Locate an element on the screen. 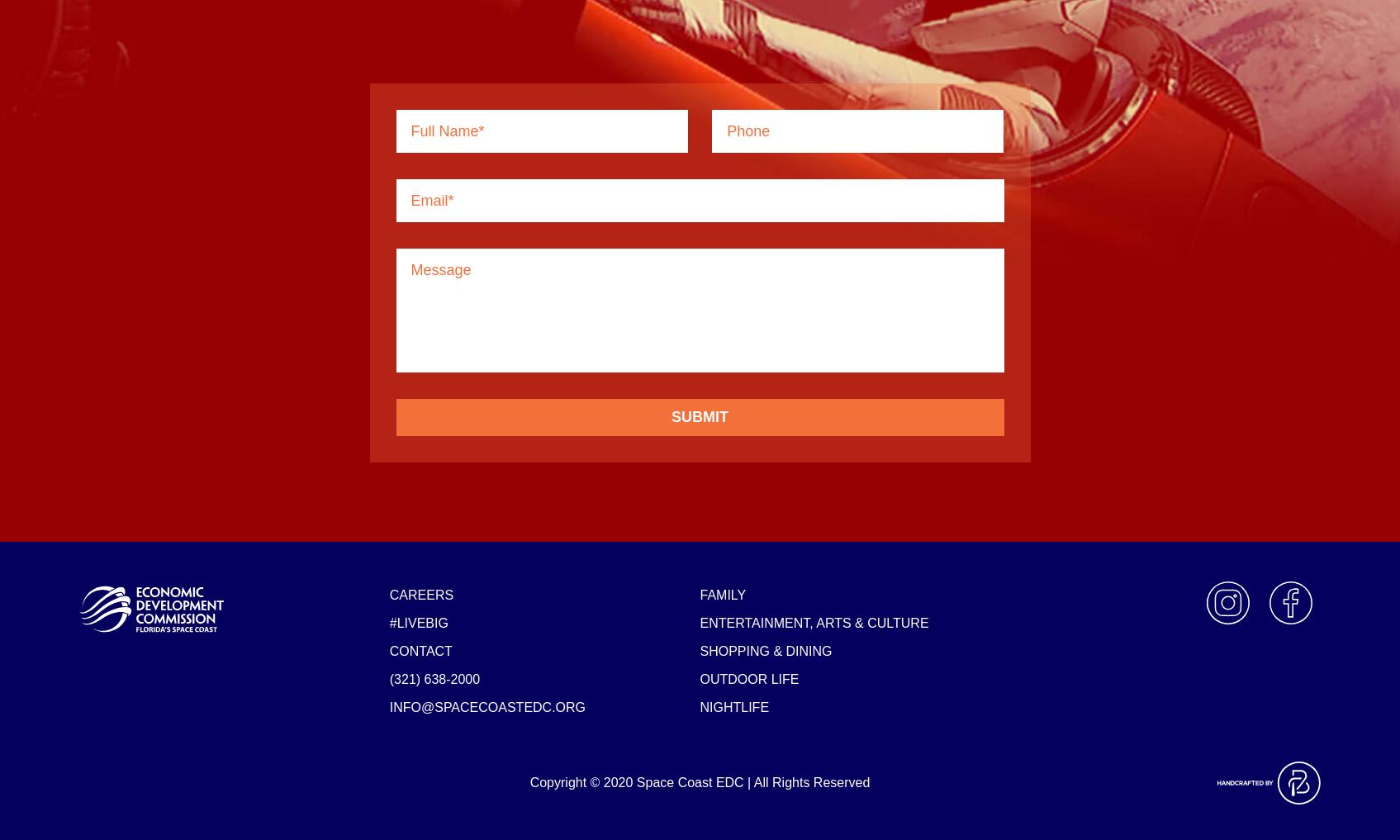 Image resolution: width=1400 pixels, height=840 pixels. 'Family' is located at coordinates (699, 593).